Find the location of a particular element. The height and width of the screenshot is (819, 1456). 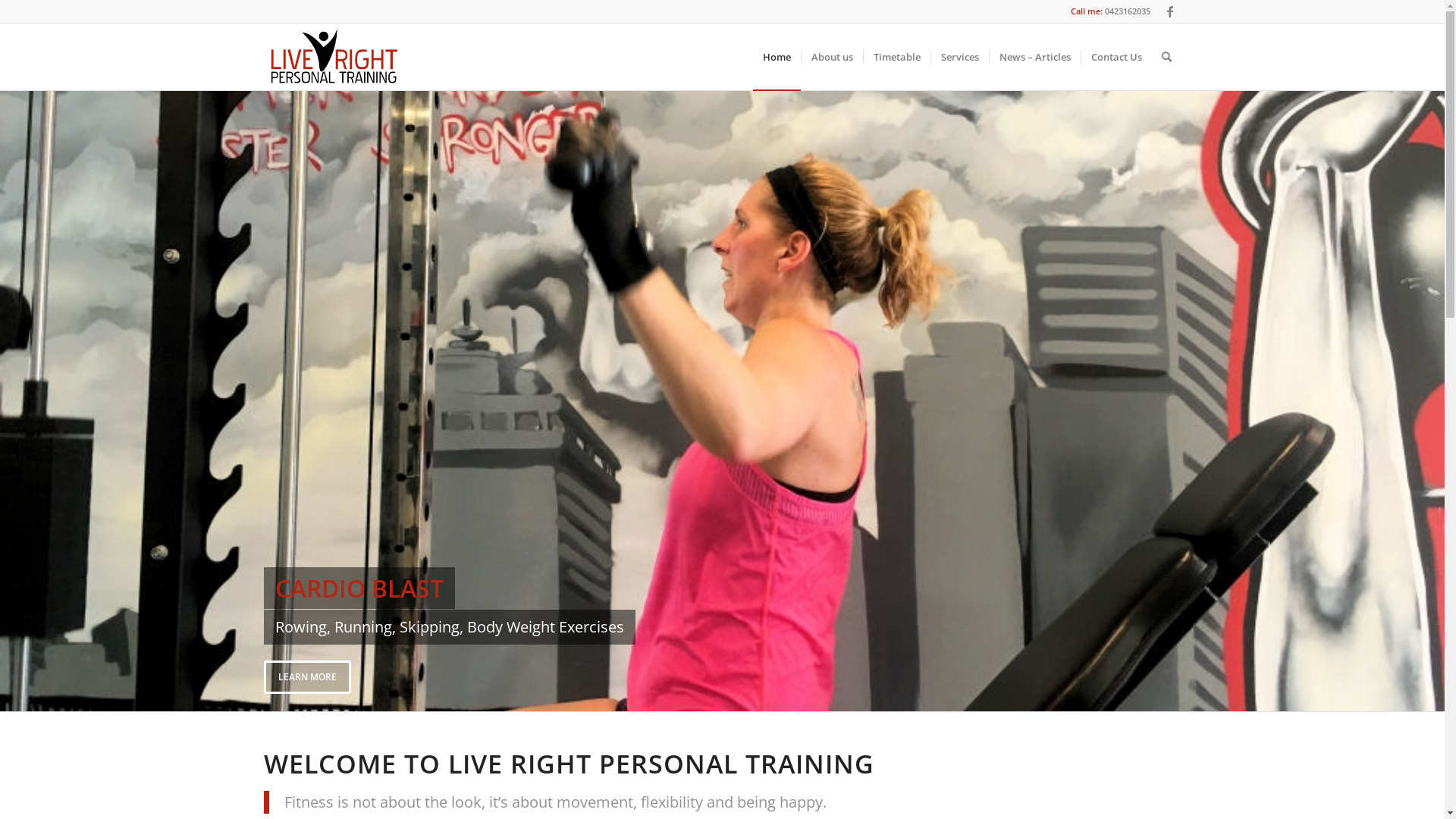

'LiveRightPT-red-logo' is located at coordinates (263, 55).